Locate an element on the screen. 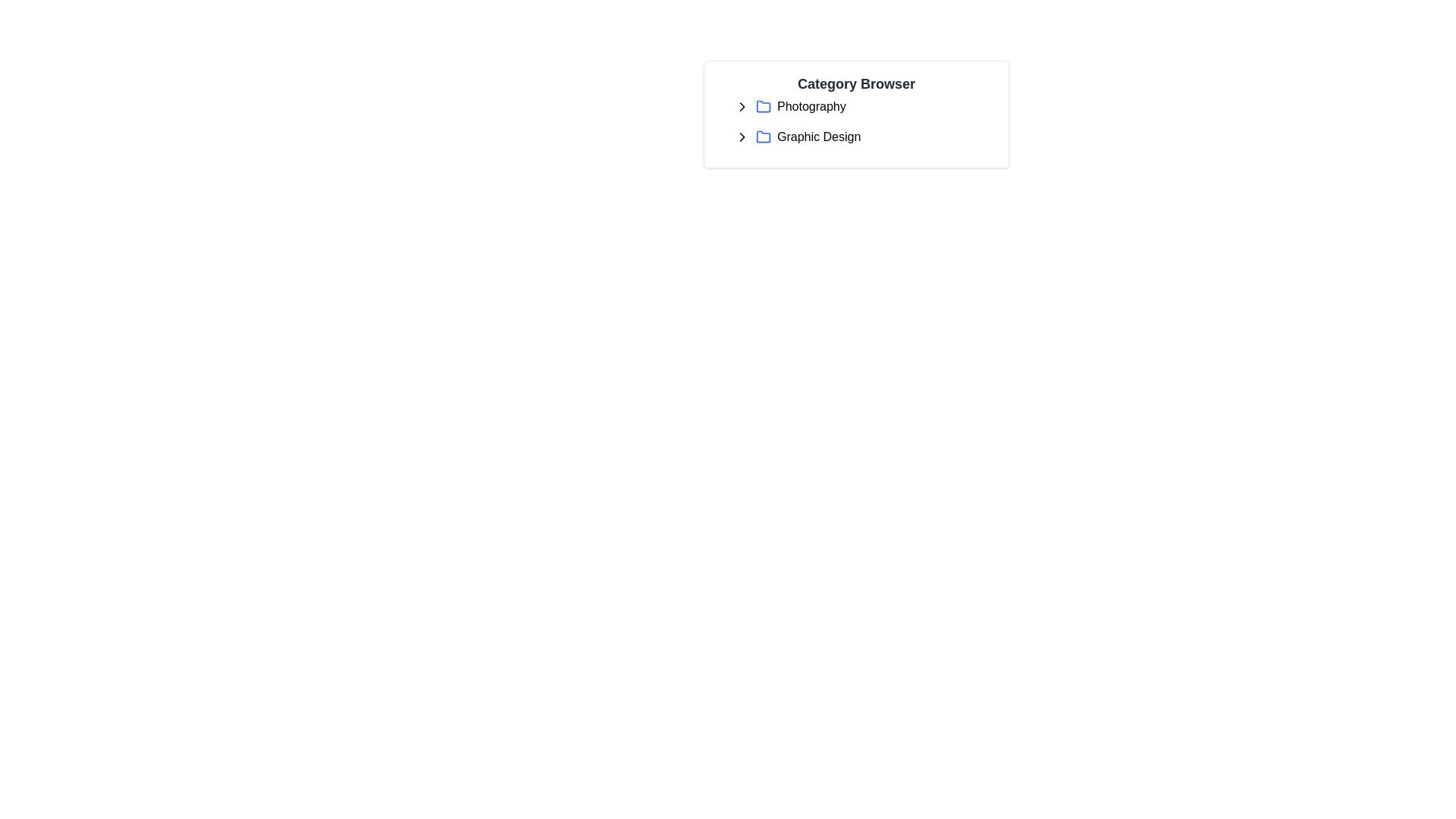  the right-facing chevron icon used as a navigation or expansion indicator, which is located to the left of the 'Graphic Design' text in the 'Category Browser' interface is located at coordinates (742, 137).